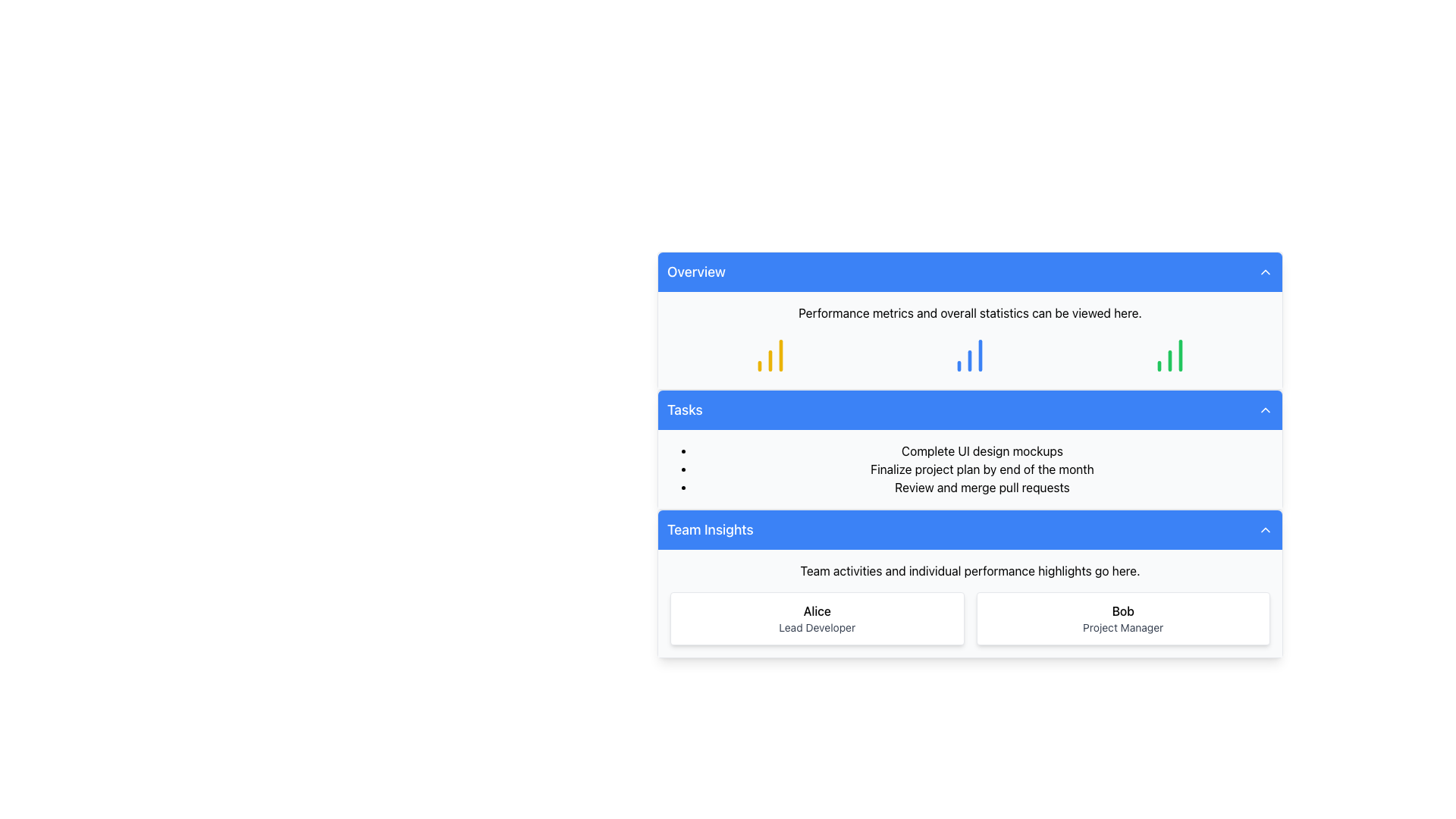 This screenshot has width=1456, height=819. Describe the element at coordinates (969, 356) in the screenshot. I see `the blue bar chart icon, which is the second icon in a row of three, located under the 'Performance metrics and overall statistics can be viewed here.' section in the 'Overview' panel` at that location.